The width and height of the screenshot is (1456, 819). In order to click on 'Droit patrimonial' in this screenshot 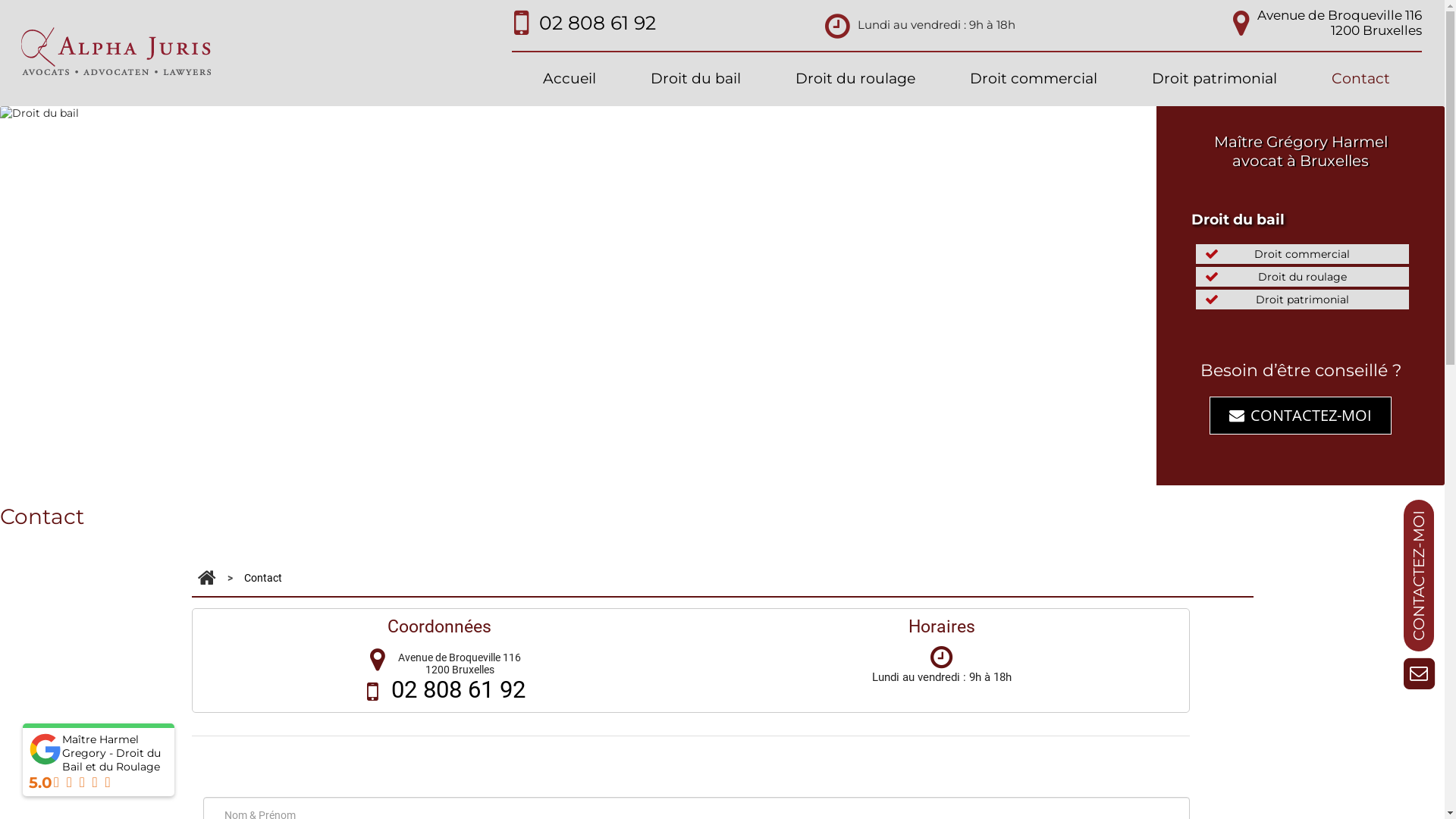, I will do `click(1214, 79)`.